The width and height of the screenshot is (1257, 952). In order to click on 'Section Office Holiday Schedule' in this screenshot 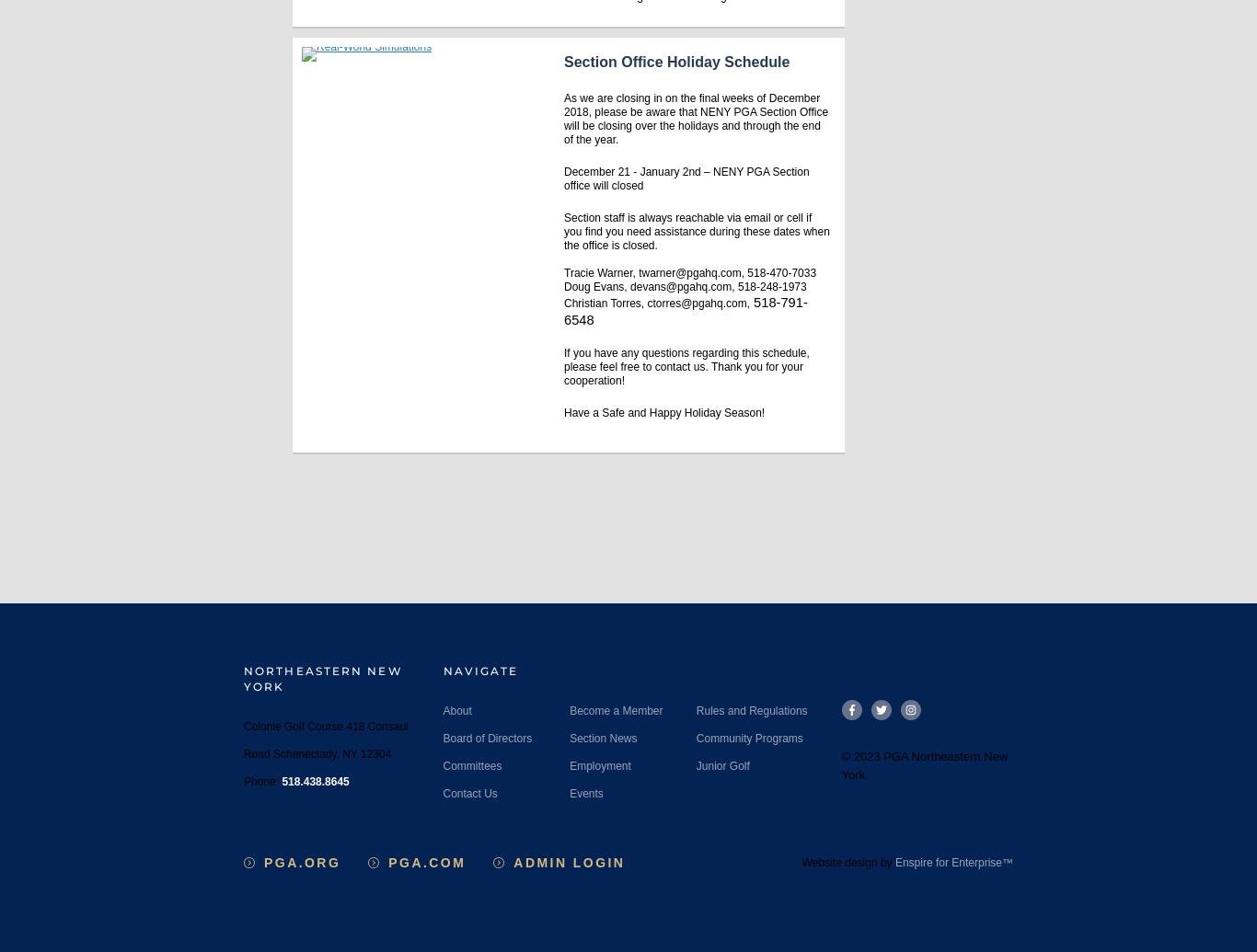, I will do `click(676, 62)`.